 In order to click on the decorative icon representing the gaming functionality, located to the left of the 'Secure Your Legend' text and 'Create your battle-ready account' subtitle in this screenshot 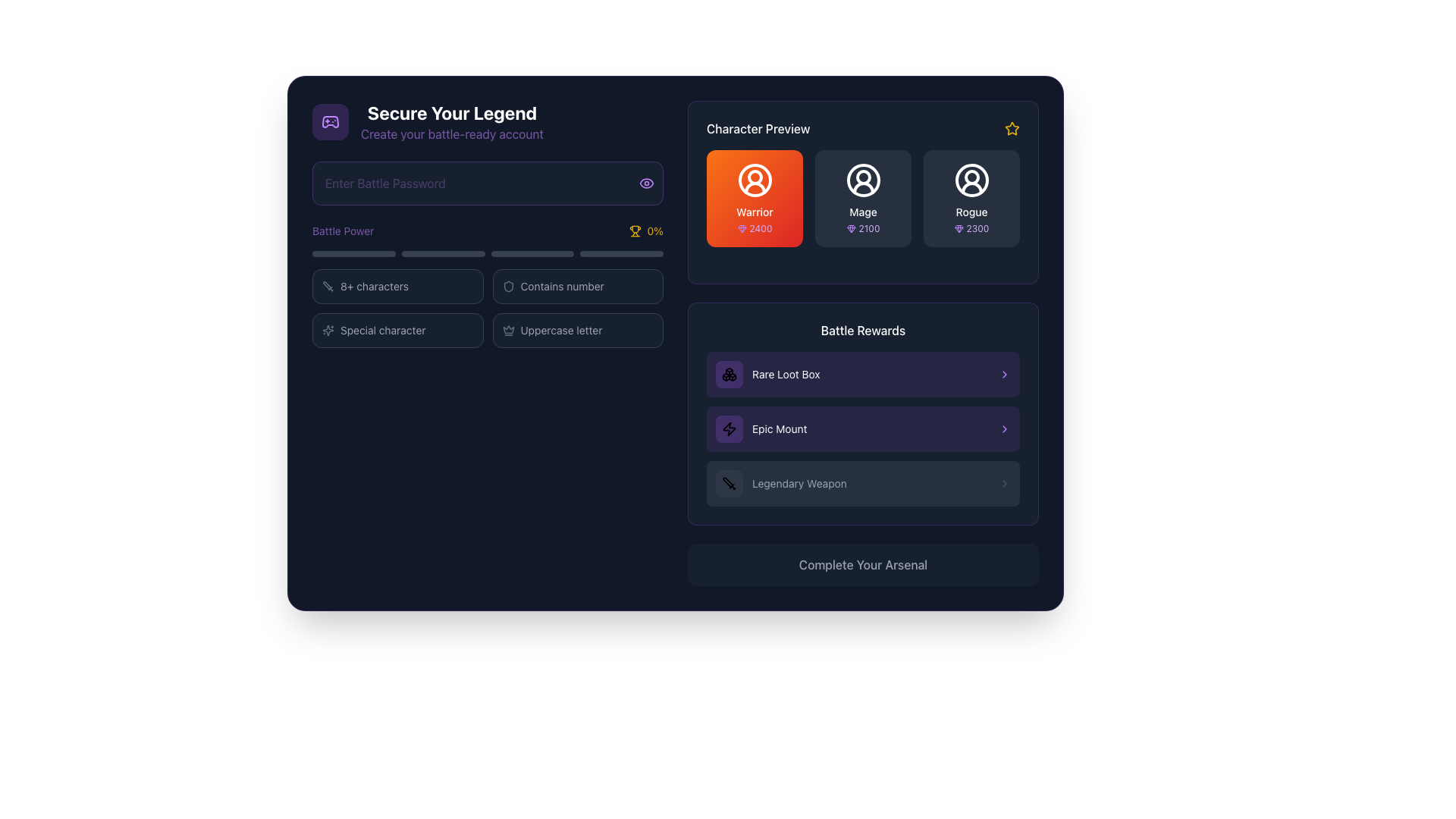, I will do `click(330, 121)`.